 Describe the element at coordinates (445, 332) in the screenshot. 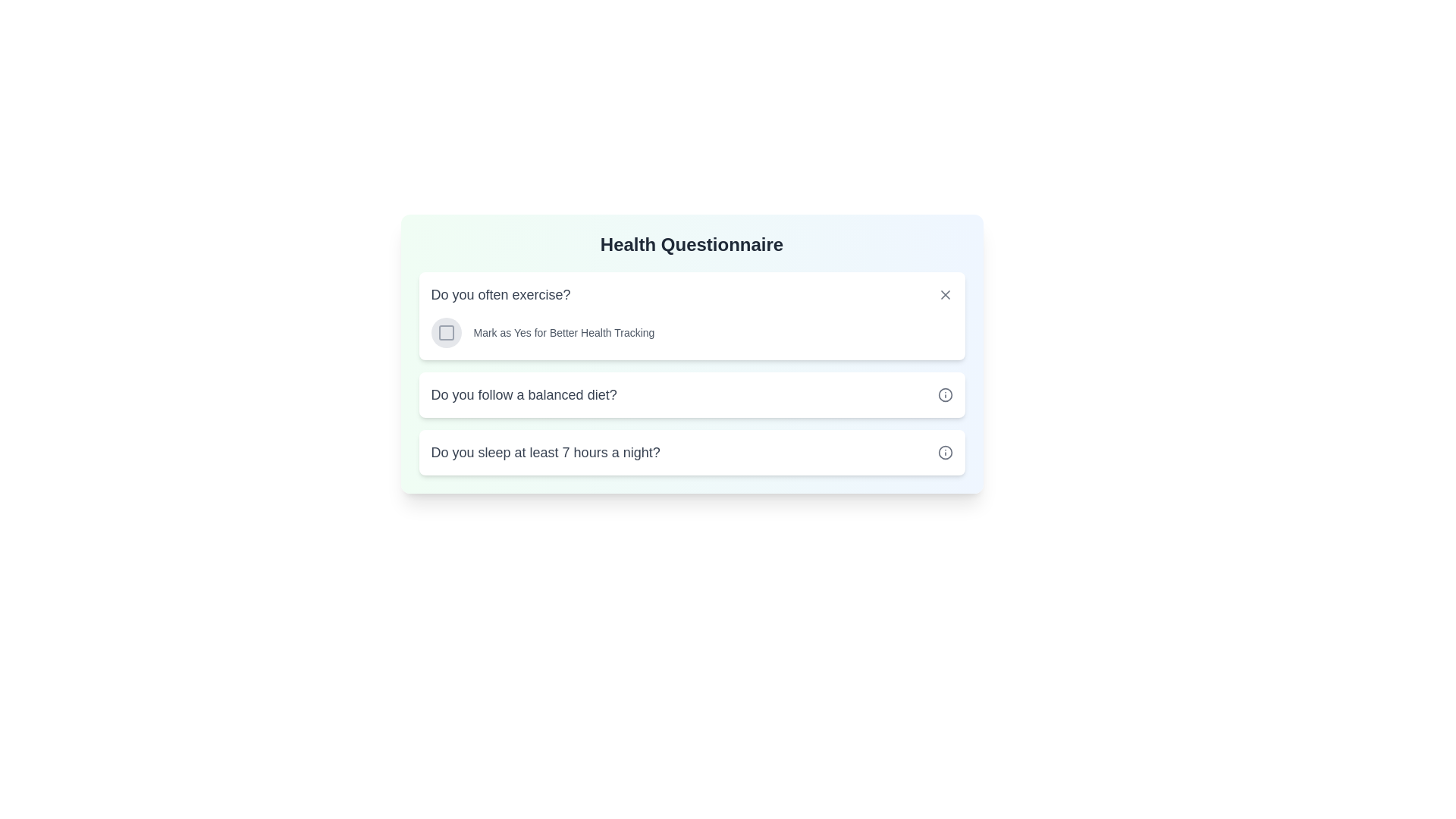

I see `the icon/button located to the left of the text 'Mark as Yes for Better Health Tracking' in the first item of the list` at that location.